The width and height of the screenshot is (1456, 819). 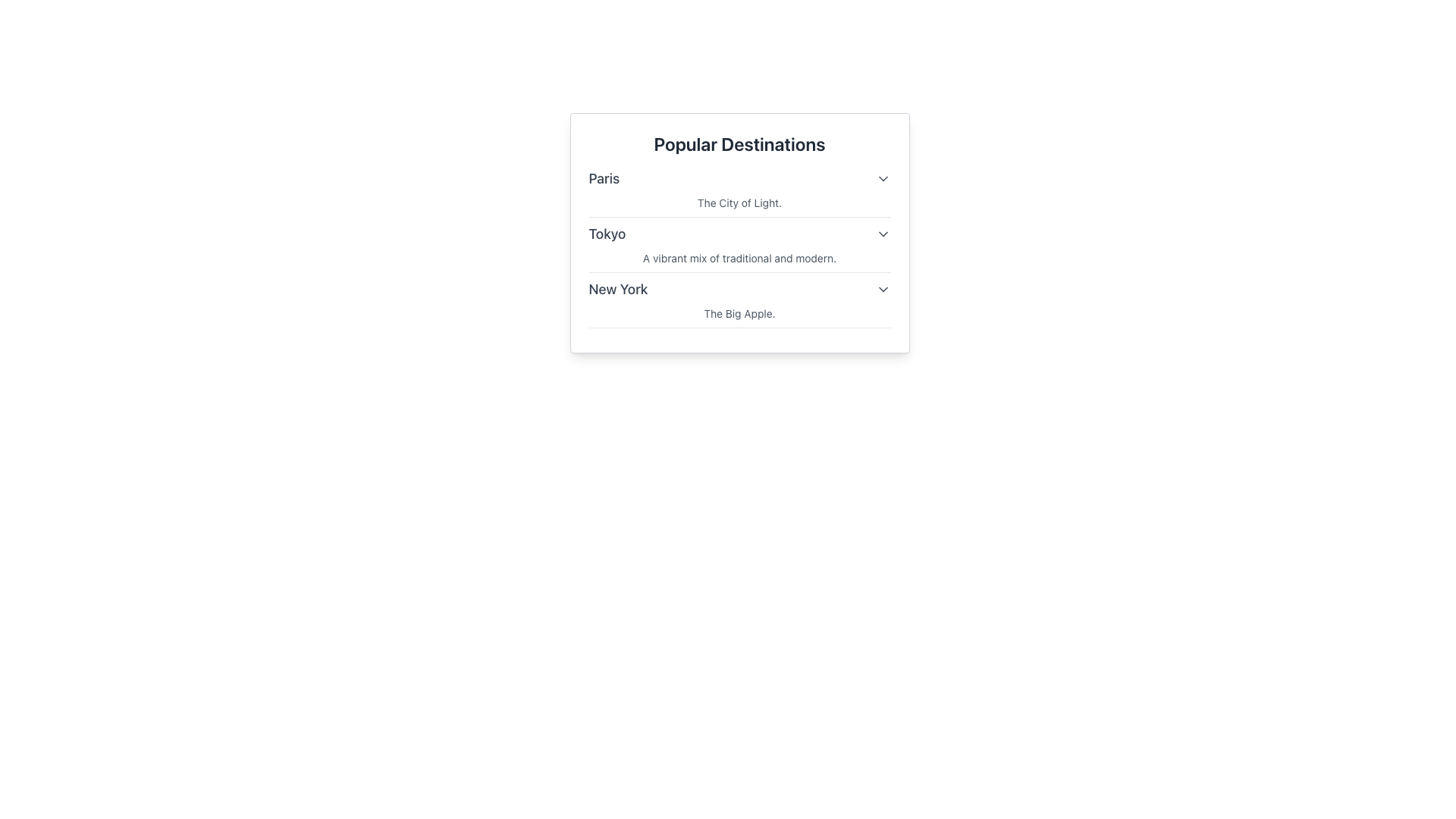 What do you see at coordinates (739, 247) in the screenshot?
I see `the dropdown arrow of the section providing information about Tokyo, located under 'Popular Destinations'` at bounding box center [739, 247].